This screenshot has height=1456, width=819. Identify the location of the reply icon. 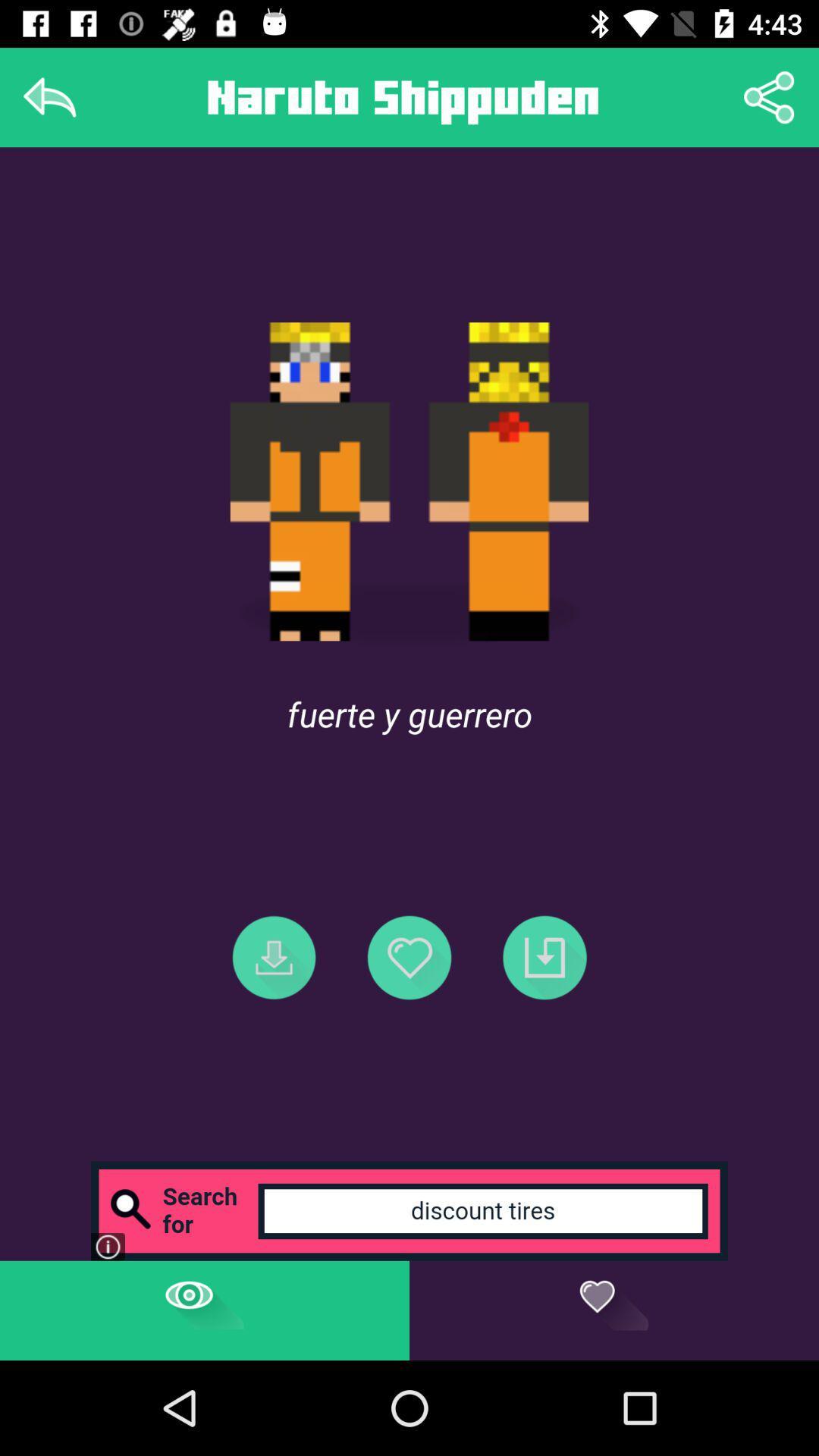
(49, 96).